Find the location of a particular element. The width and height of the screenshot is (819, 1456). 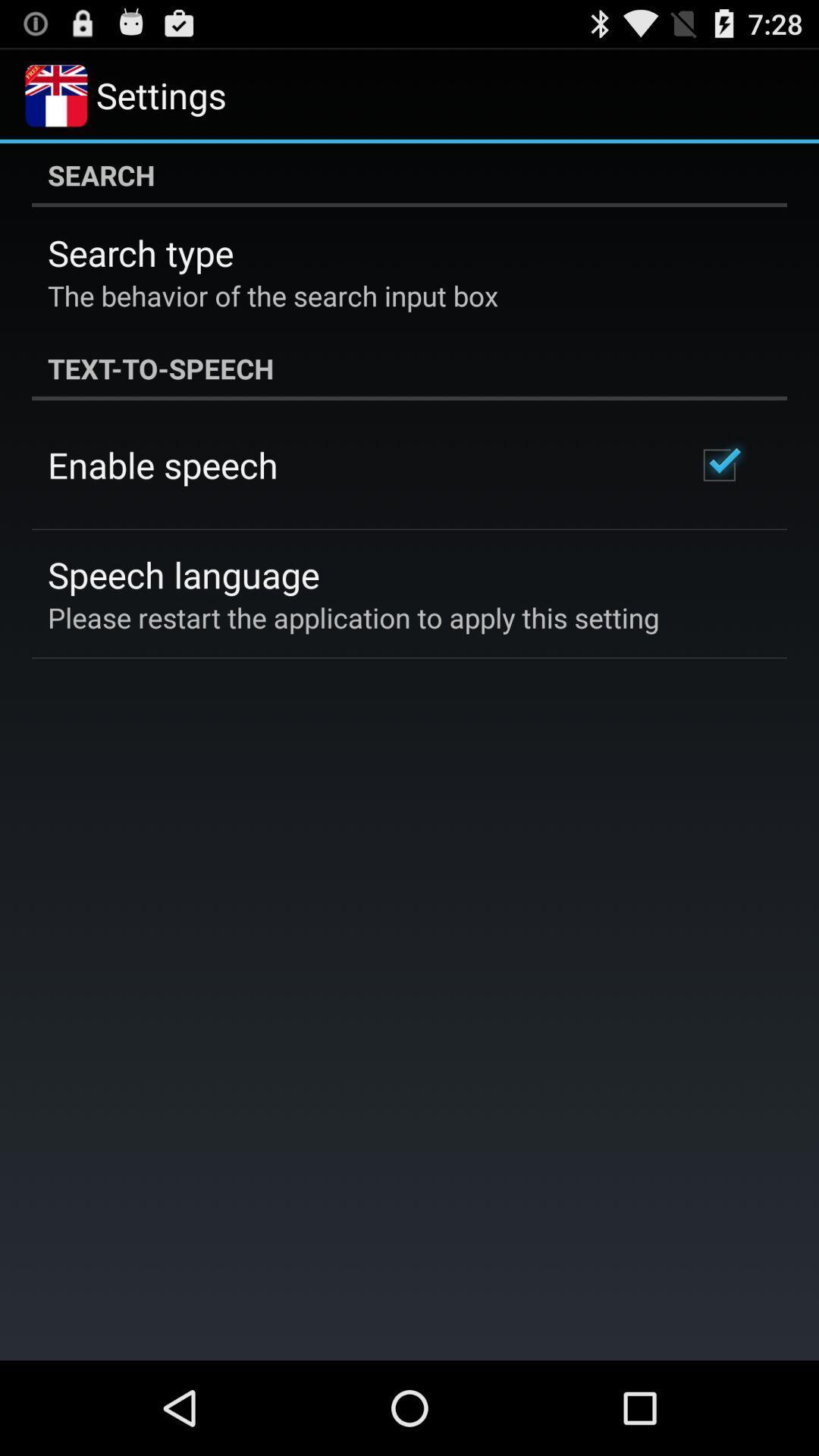

item below the text-to-speech is located at coordinates (718, 464).